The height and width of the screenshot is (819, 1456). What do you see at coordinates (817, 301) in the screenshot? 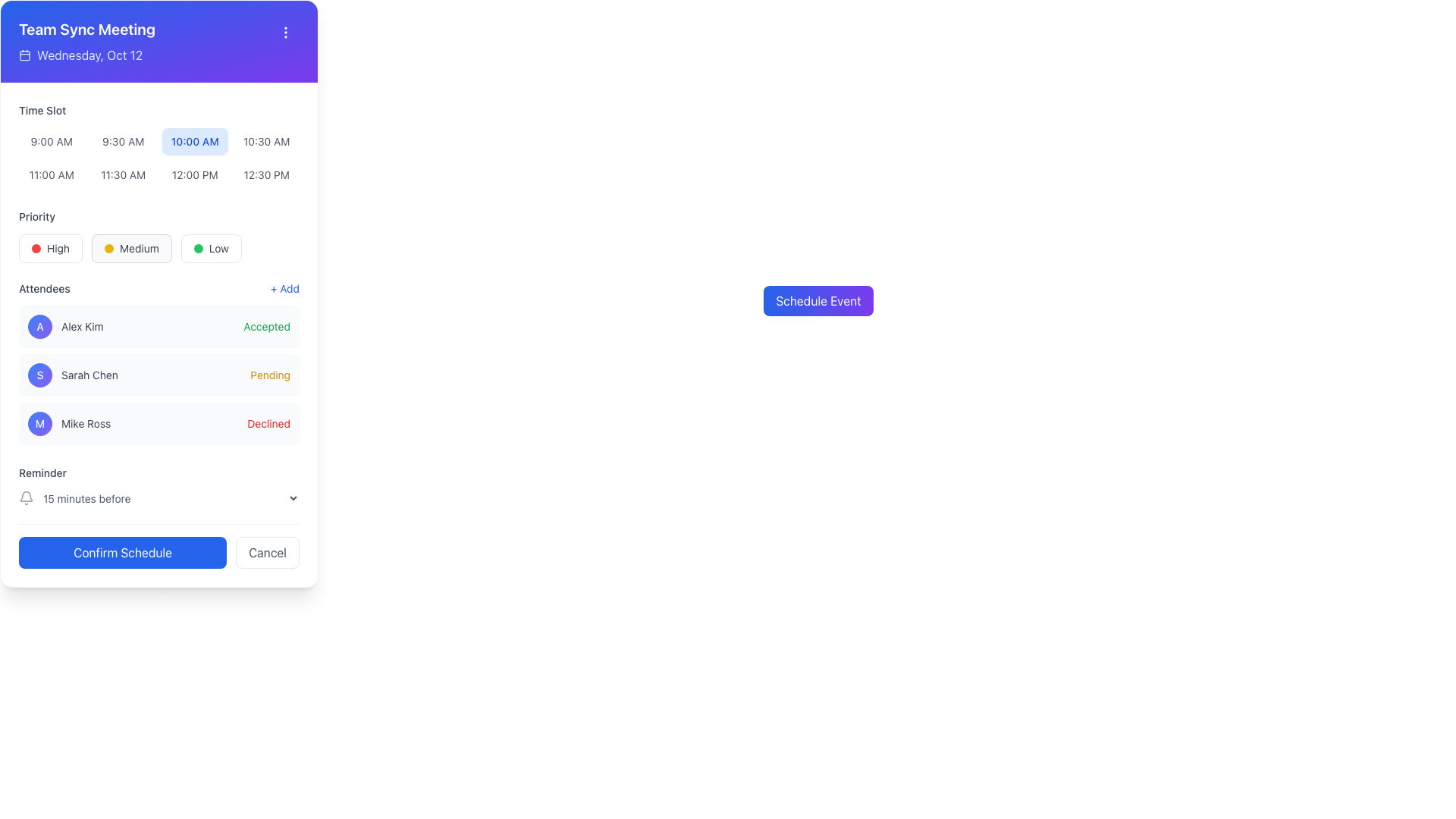
I see `the 'Schedule Event' button, which is a rectangular button with a gradient background from blue to violet and white text, to possibly see additional tooltip or visual feedback` at bounding box center [817, 301].